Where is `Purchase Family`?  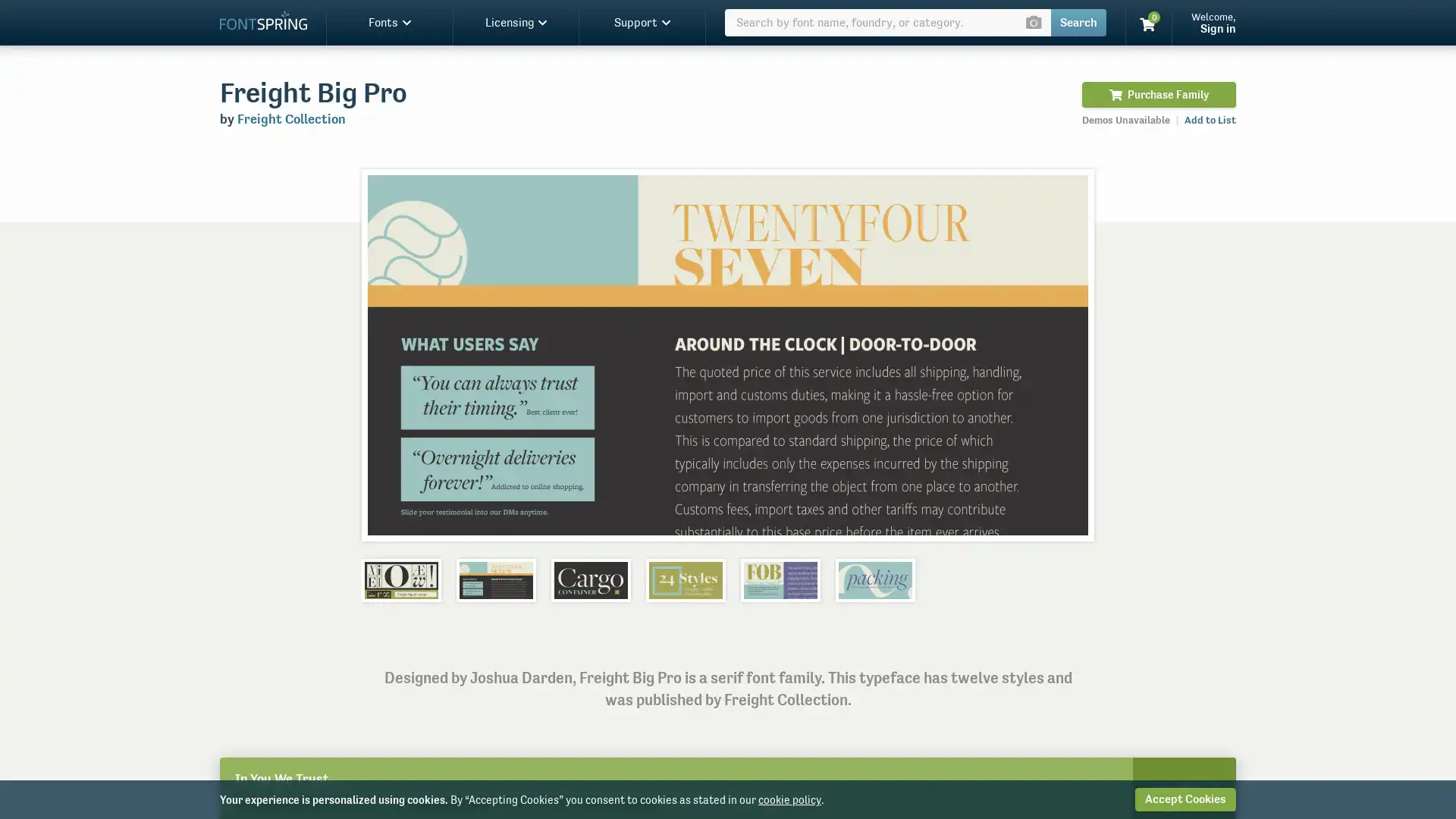
Purchase Family is located at coordinates (1158, 94).